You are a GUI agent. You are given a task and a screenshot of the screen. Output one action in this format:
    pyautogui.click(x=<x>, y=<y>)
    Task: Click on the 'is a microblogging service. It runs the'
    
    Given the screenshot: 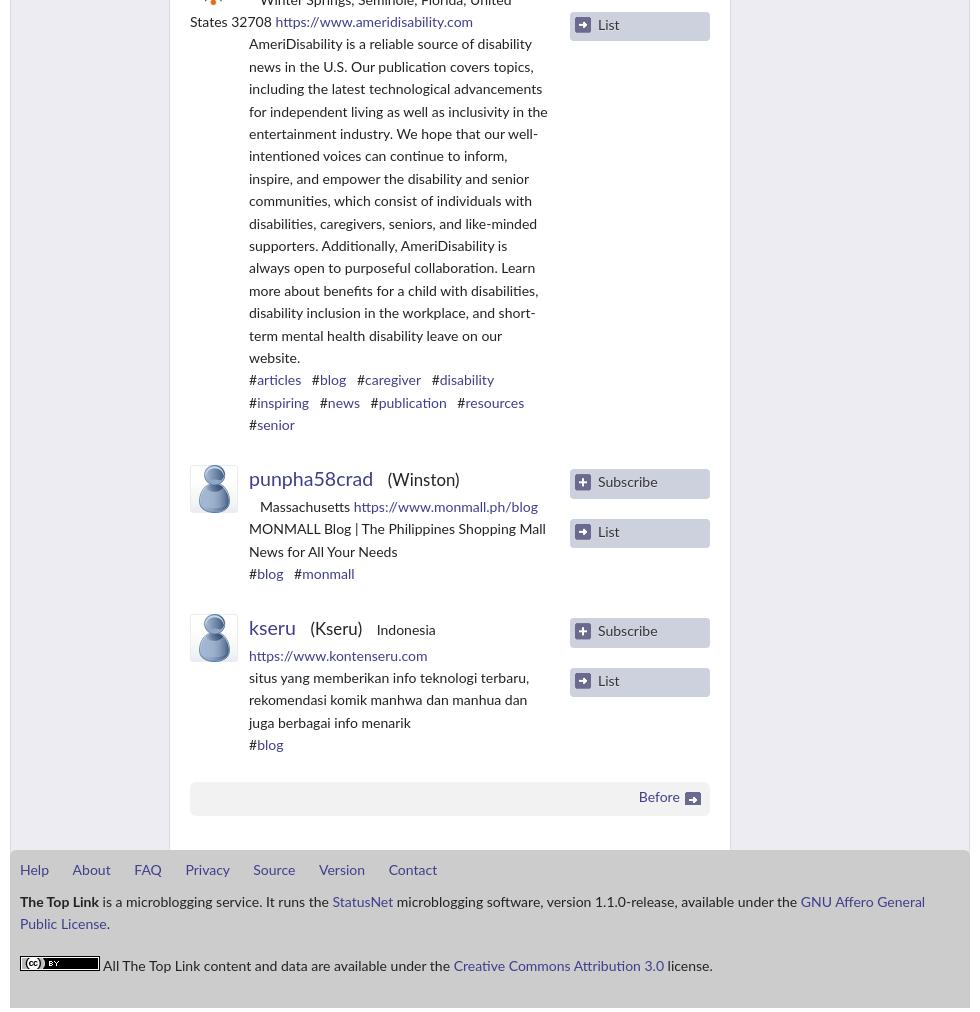 What is the action you would take?
    pyautogui.click(x=215, y=903)
    